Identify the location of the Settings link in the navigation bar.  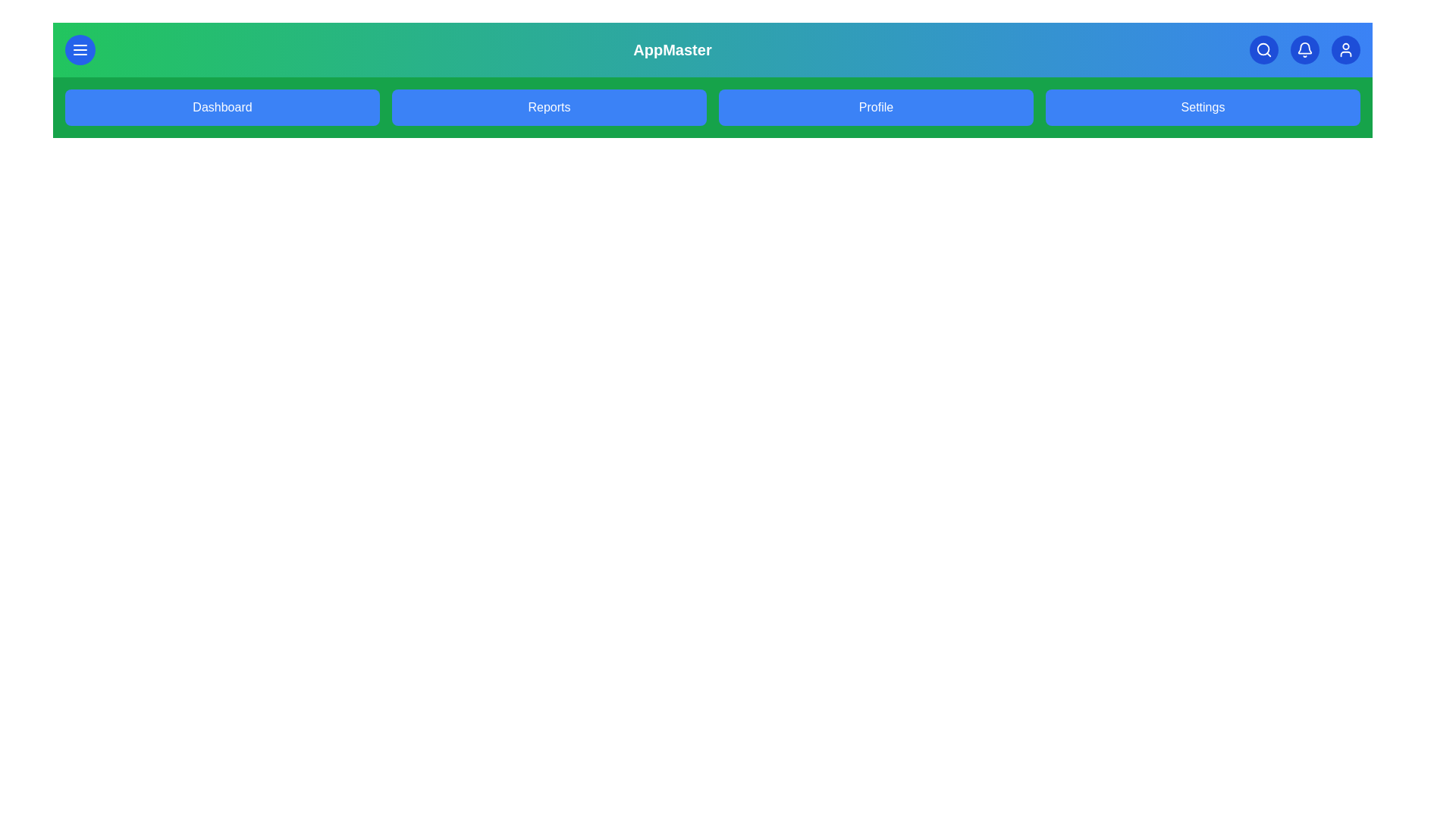
(1202, 107).